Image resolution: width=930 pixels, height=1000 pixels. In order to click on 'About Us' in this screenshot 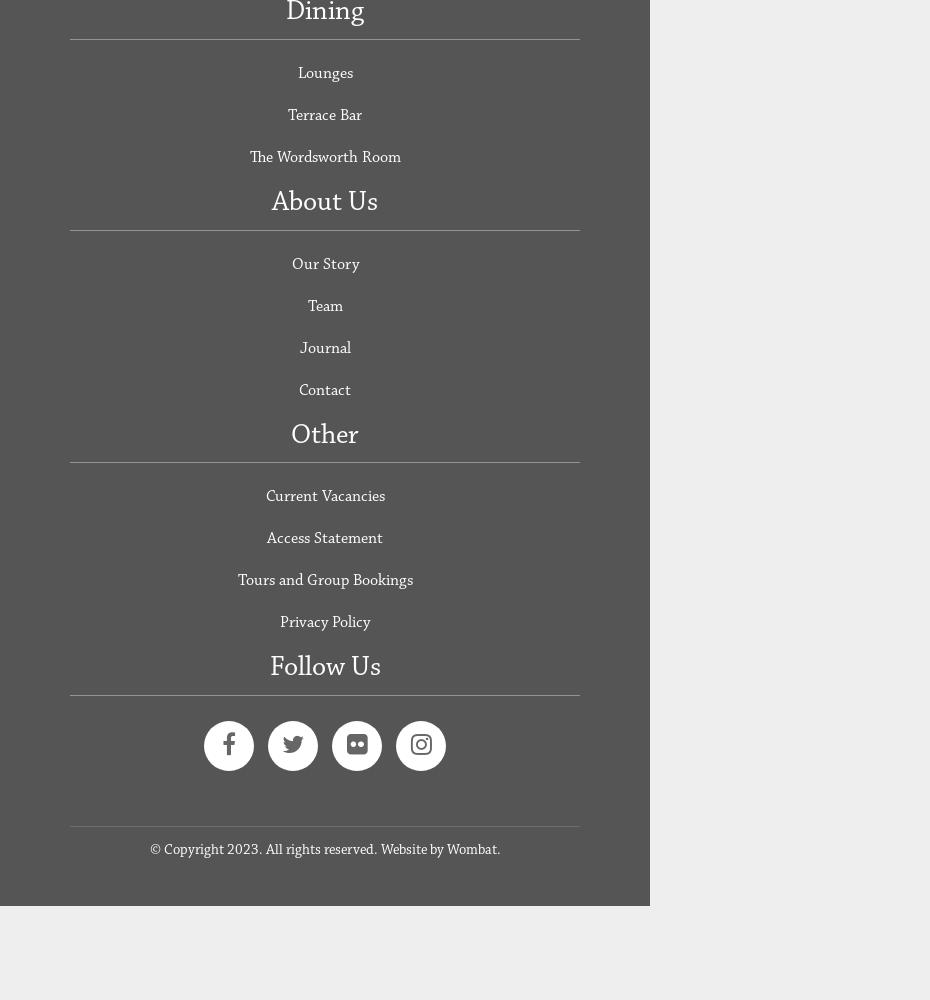, I will do `click(324, 200)`.